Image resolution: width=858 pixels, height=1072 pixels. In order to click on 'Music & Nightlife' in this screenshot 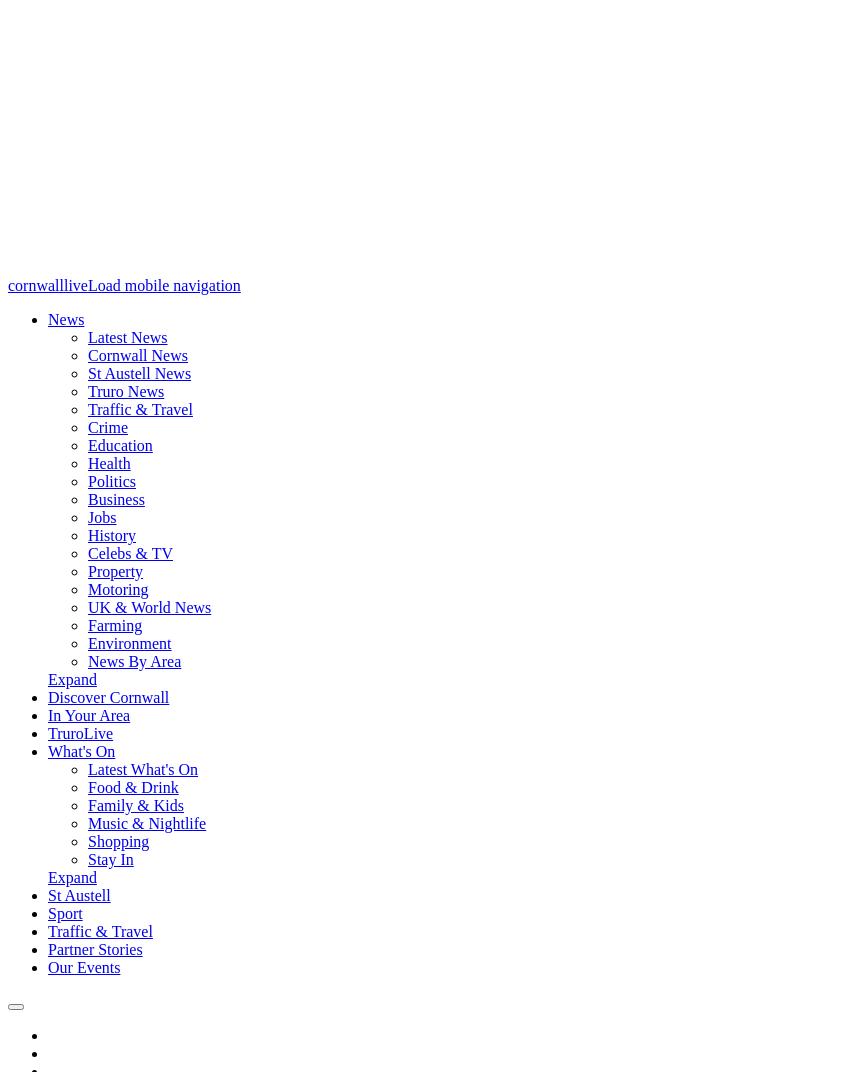, I will do `click(145, 822)`.